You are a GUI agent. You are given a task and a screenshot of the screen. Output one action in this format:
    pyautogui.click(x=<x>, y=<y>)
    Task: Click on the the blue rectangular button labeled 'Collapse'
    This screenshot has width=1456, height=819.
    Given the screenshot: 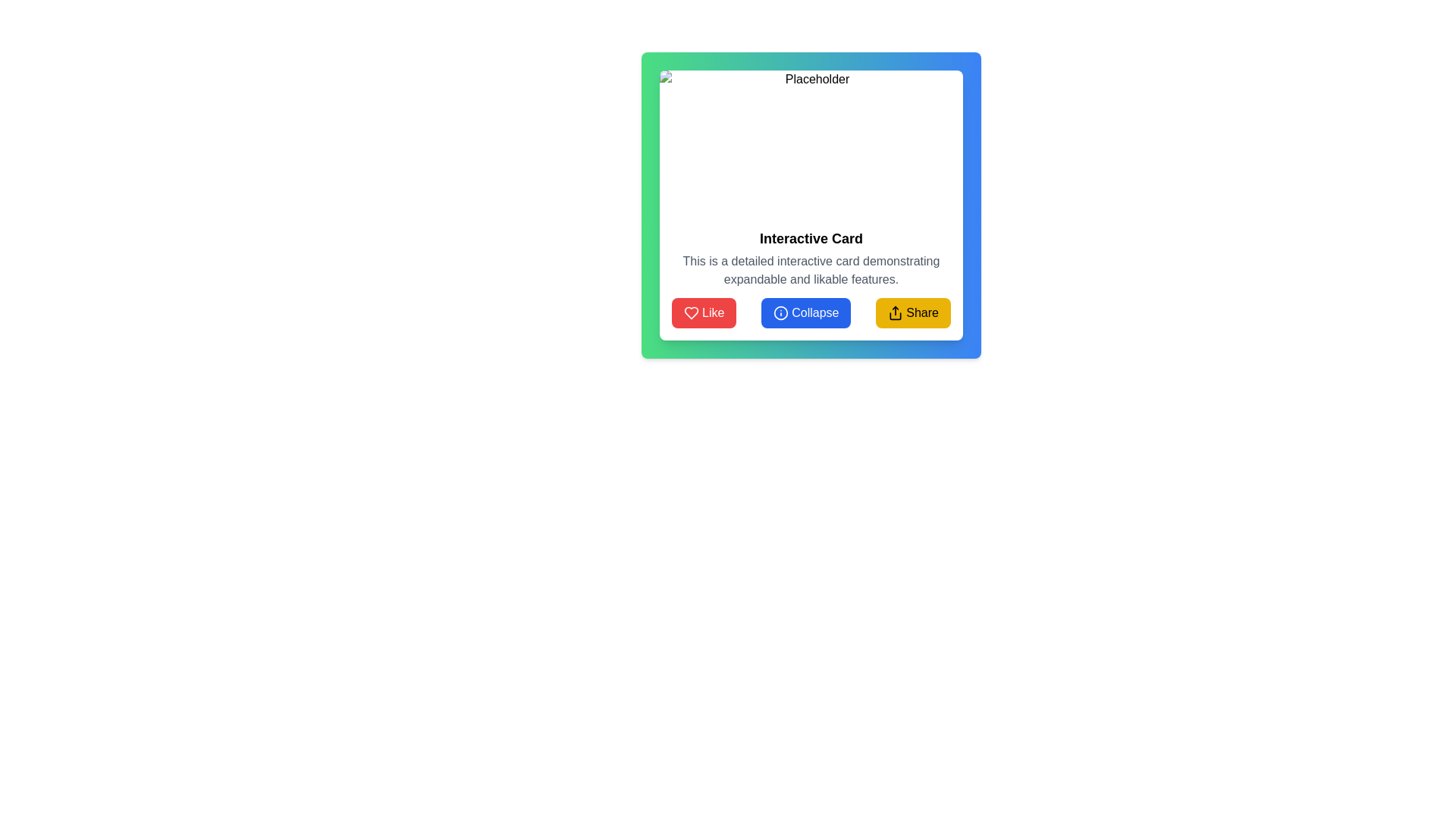 What is the action you would take?
    pyautogui.click(x=811, y=312)
    